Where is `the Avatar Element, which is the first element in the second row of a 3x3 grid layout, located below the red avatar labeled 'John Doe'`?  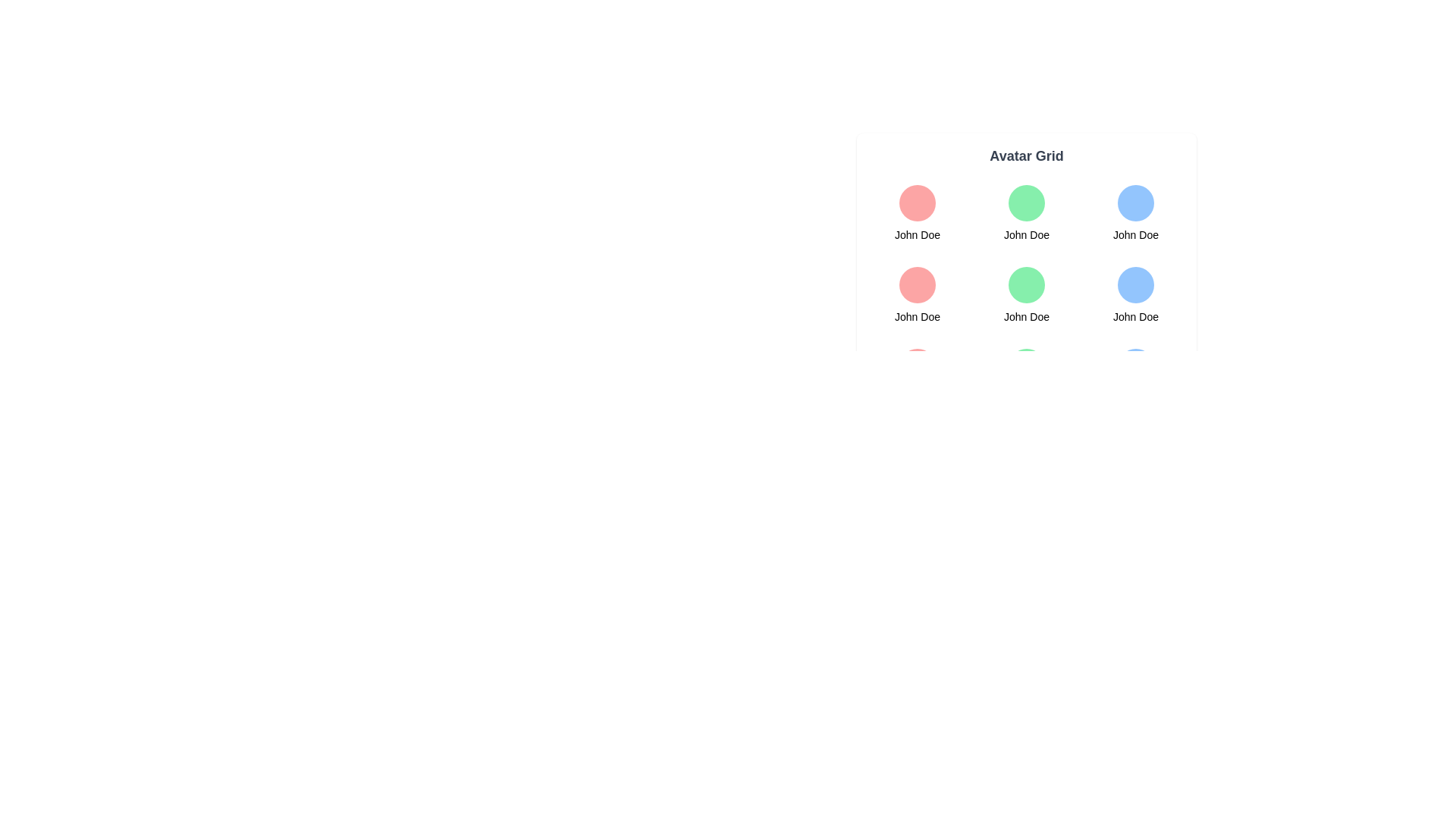
the Avatar Element, which is the first element in the second row of a 3x3 grid layout, located below the red avatar labeled 'John Doe' is located at coordinates (916, 284).